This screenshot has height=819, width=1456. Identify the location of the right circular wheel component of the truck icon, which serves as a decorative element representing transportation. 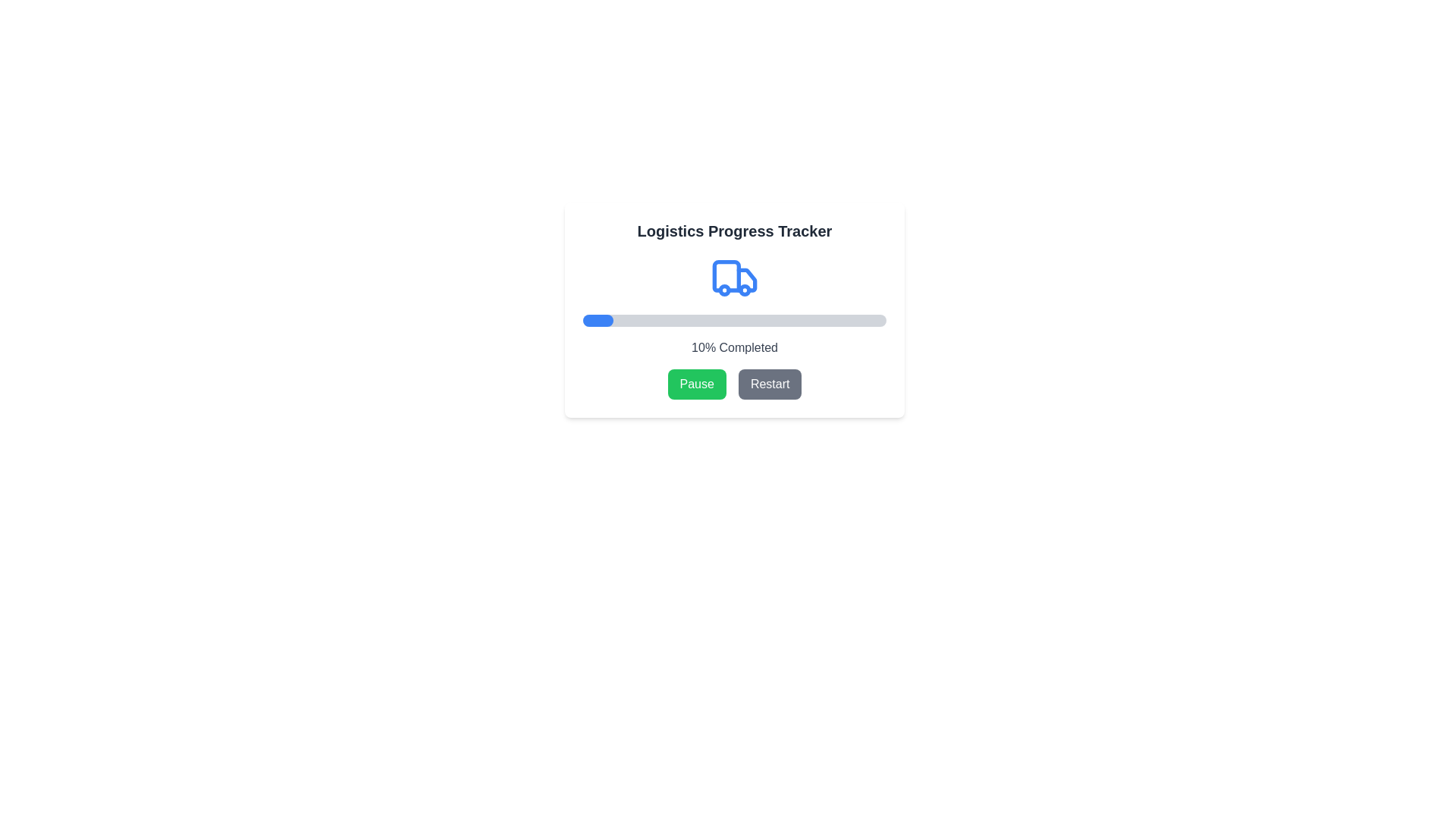
(745, 290).